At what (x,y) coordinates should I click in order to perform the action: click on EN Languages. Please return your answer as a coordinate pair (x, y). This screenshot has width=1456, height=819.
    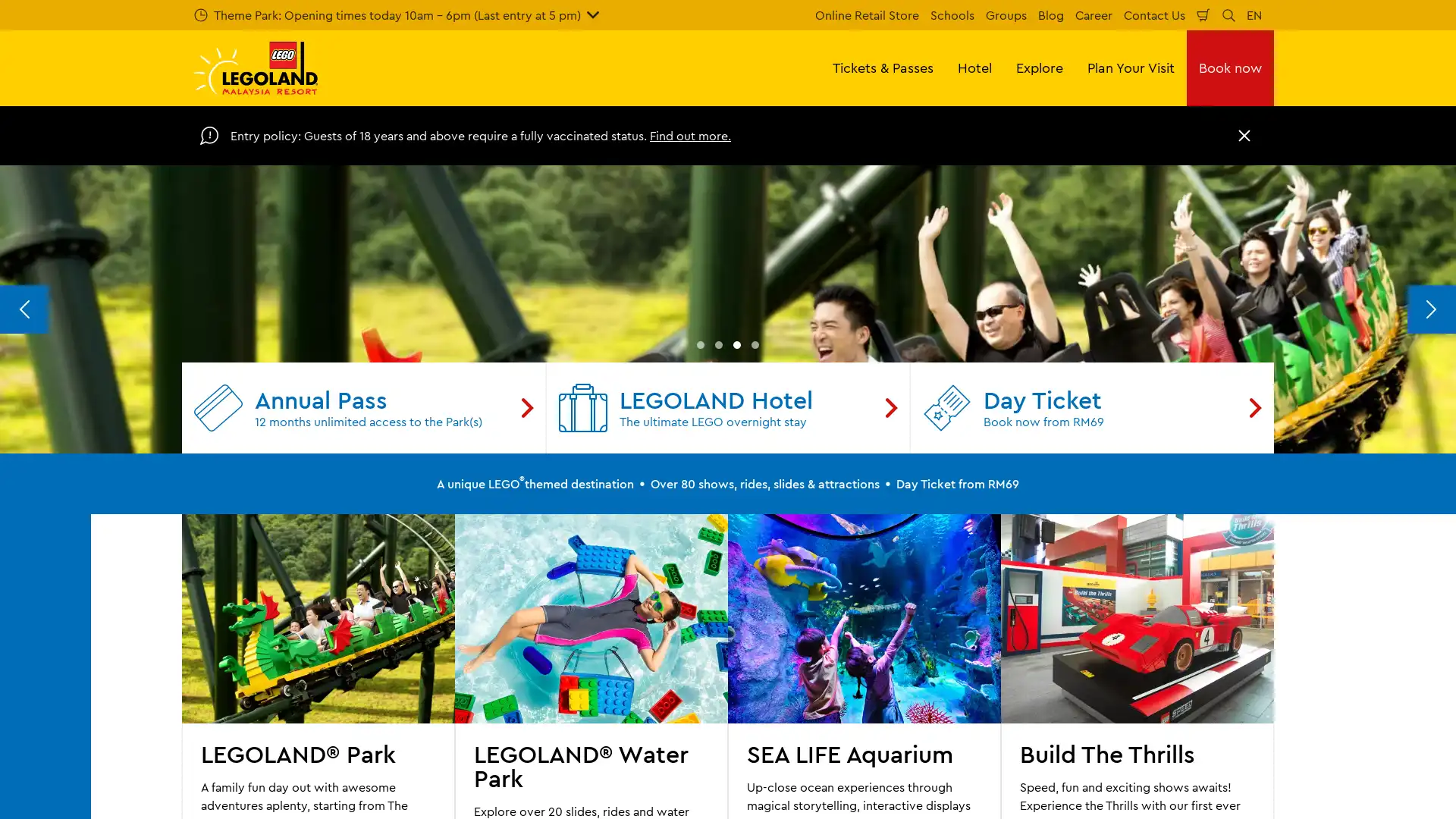
    Looking at the image, I should click on (1254, 14).